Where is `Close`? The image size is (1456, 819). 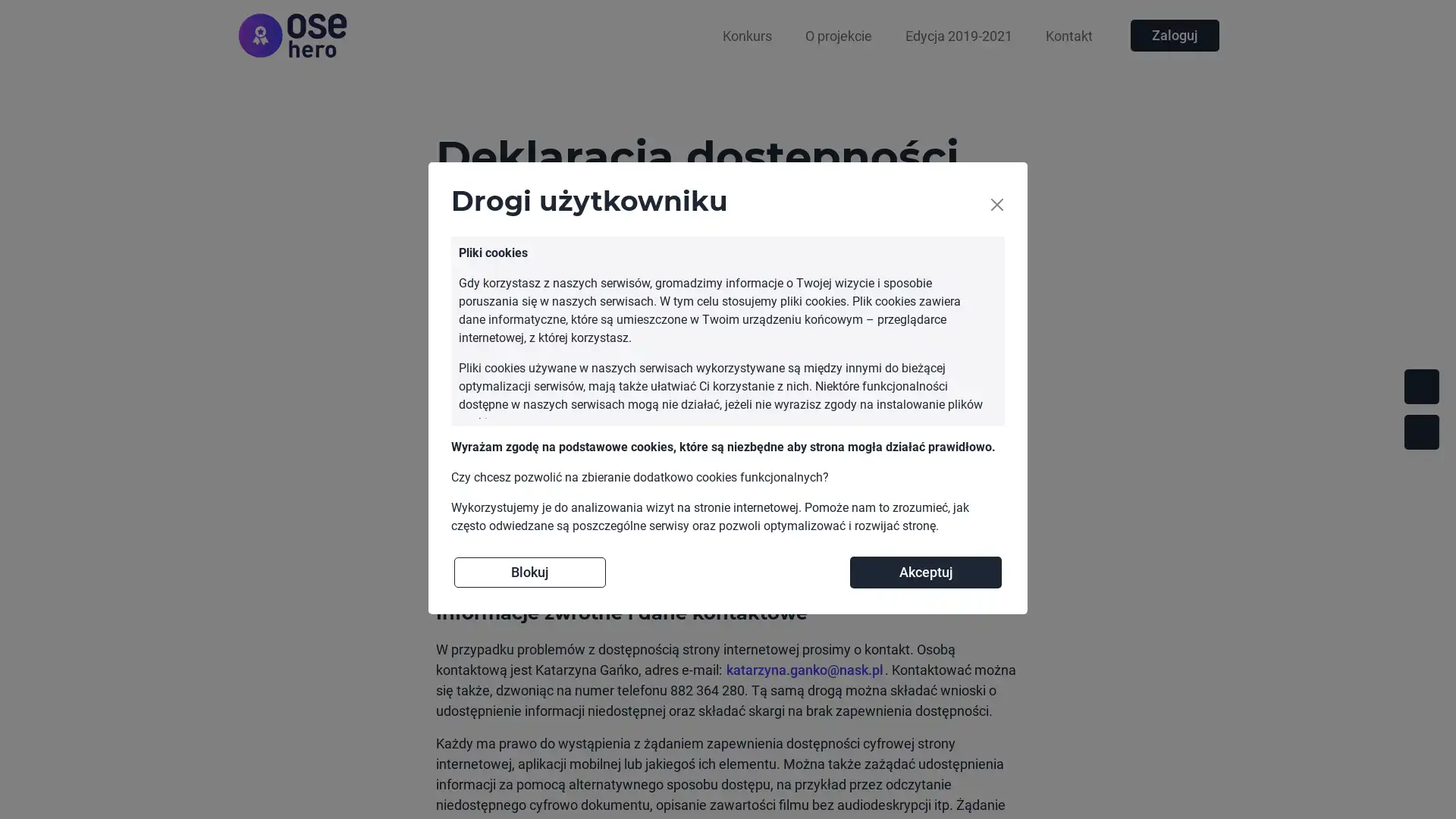
Close is located at coordinates (997, 205).